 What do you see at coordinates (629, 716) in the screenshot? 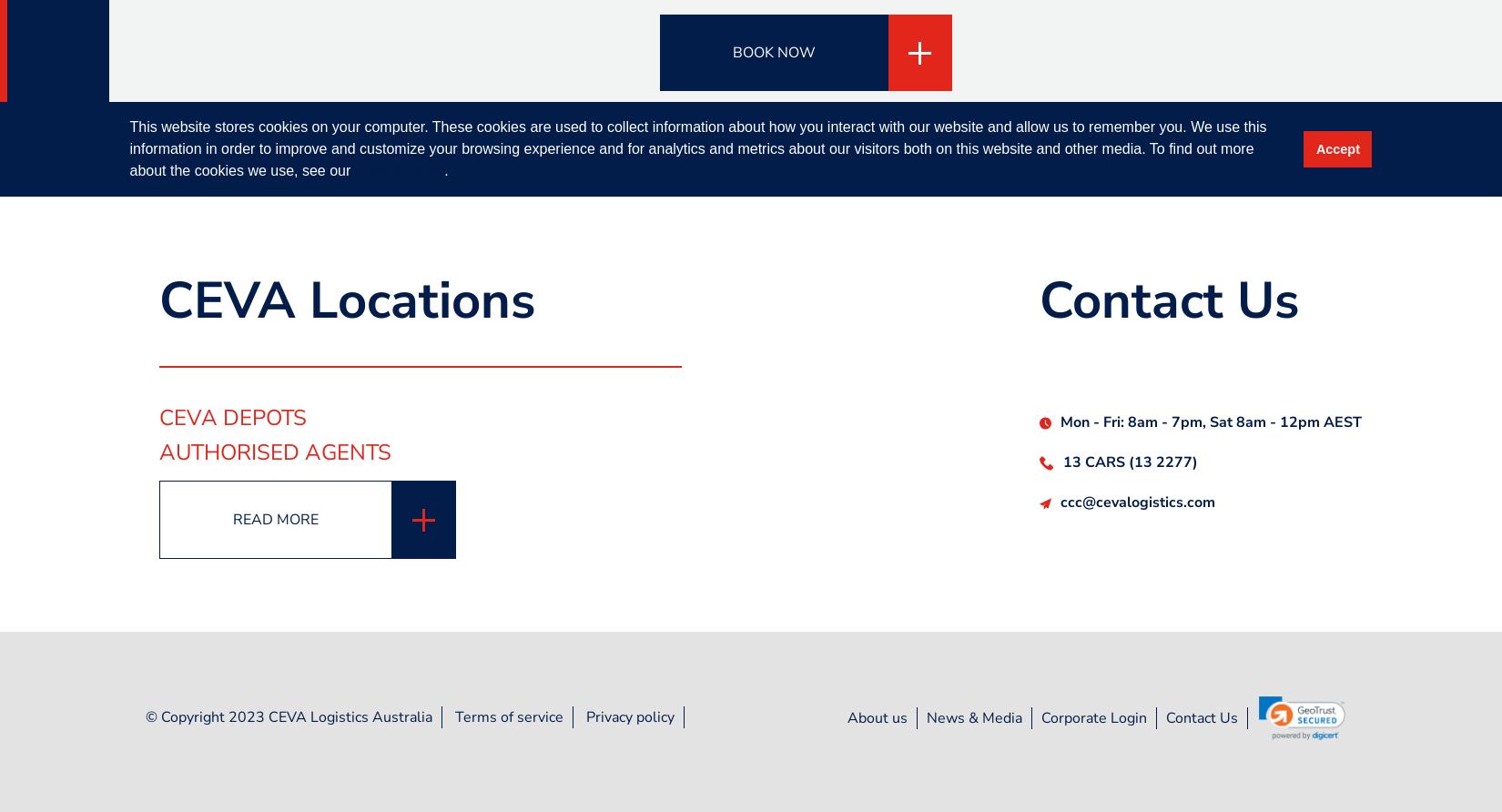
I see `'Privacy policy'` at bounding box center [629, 716].